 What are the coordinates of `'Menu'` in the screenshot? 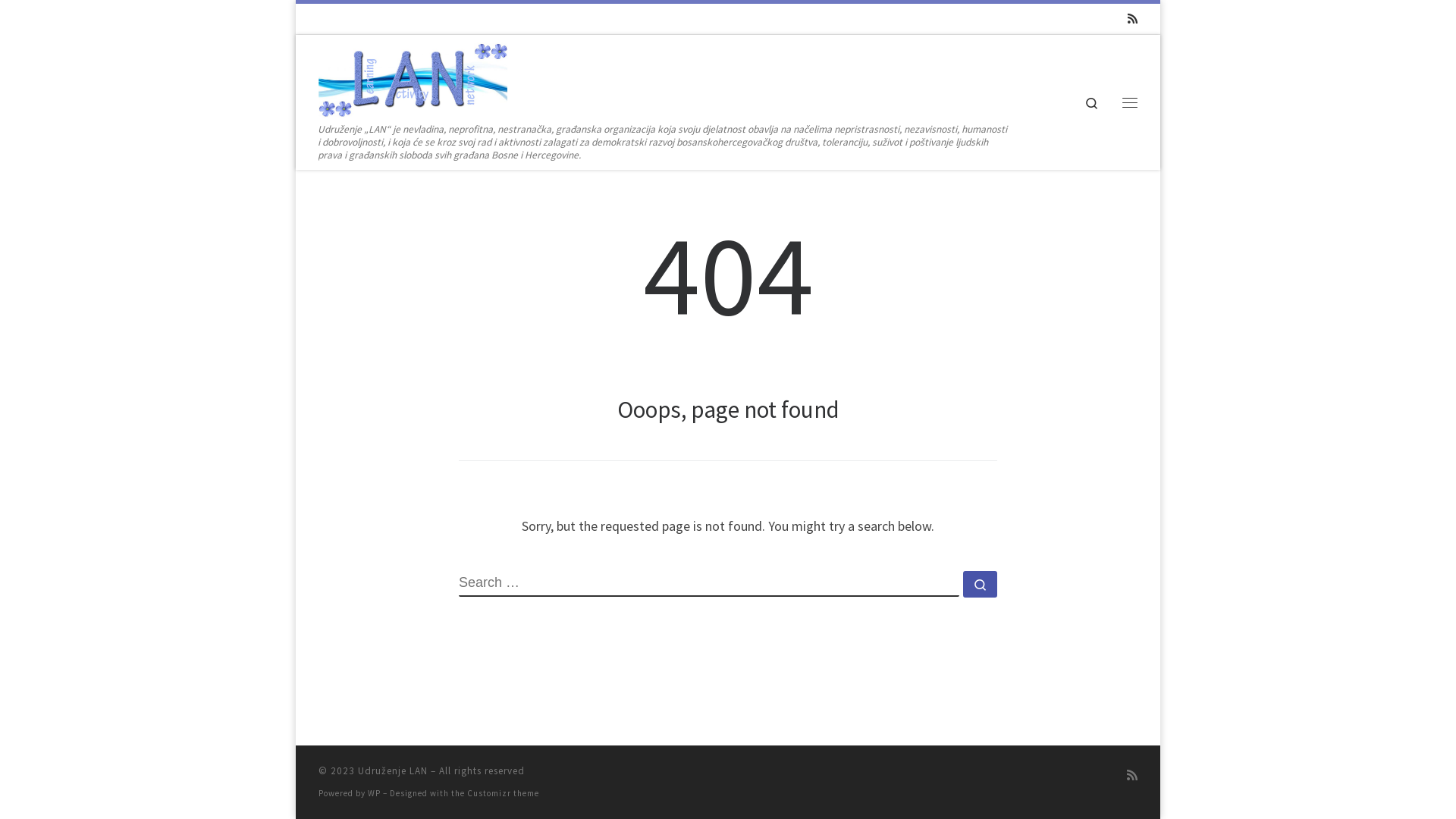 It's located at (1129, 102).